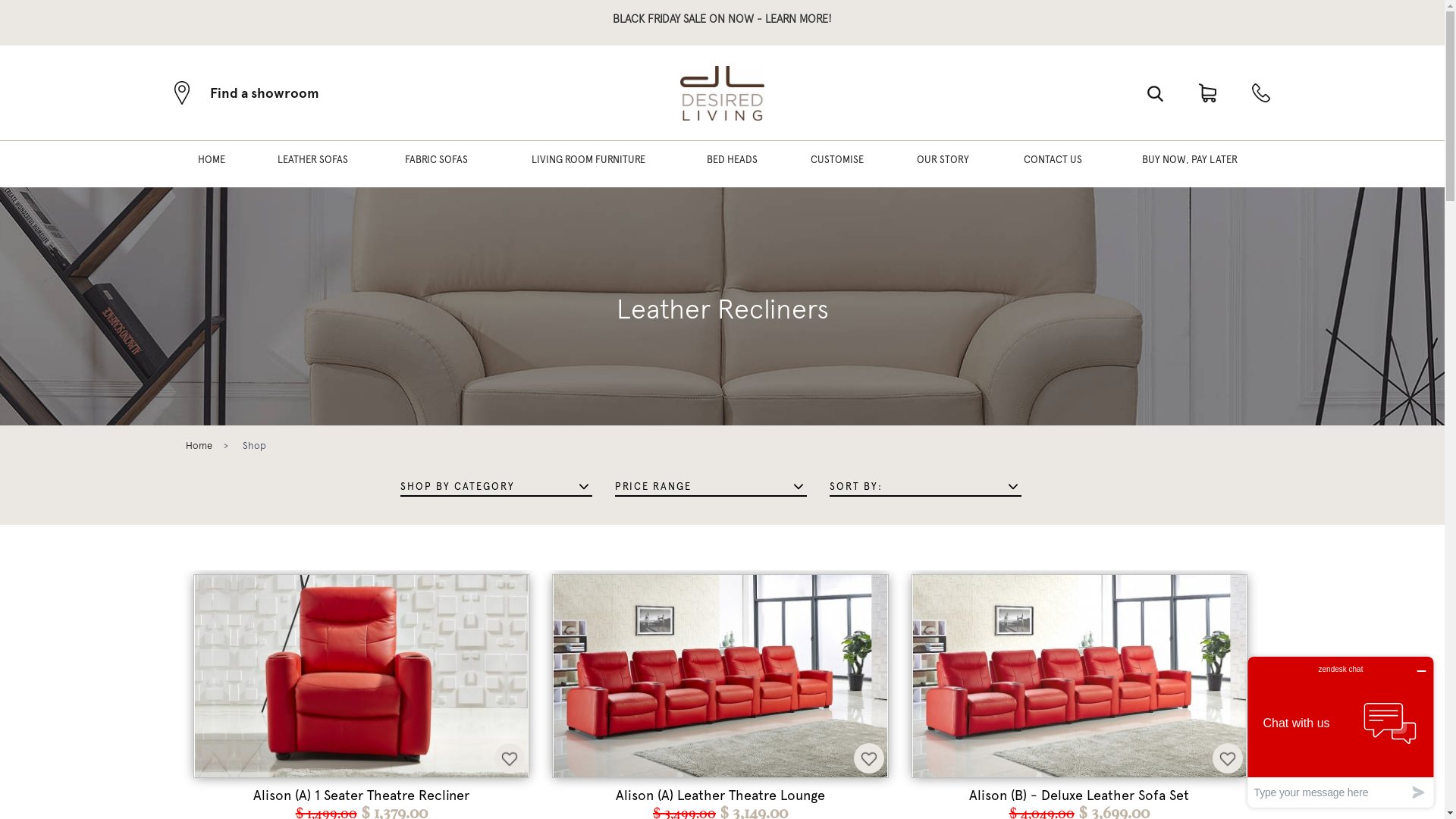 The width and height of the screenshot is (1456, 819). What do you see at coordinates (721, 18) in the screenshot?
I see `'BLACK FRIDAY SALE ON NOW - LEARN MORE!'` at bounding box center [721, 18].